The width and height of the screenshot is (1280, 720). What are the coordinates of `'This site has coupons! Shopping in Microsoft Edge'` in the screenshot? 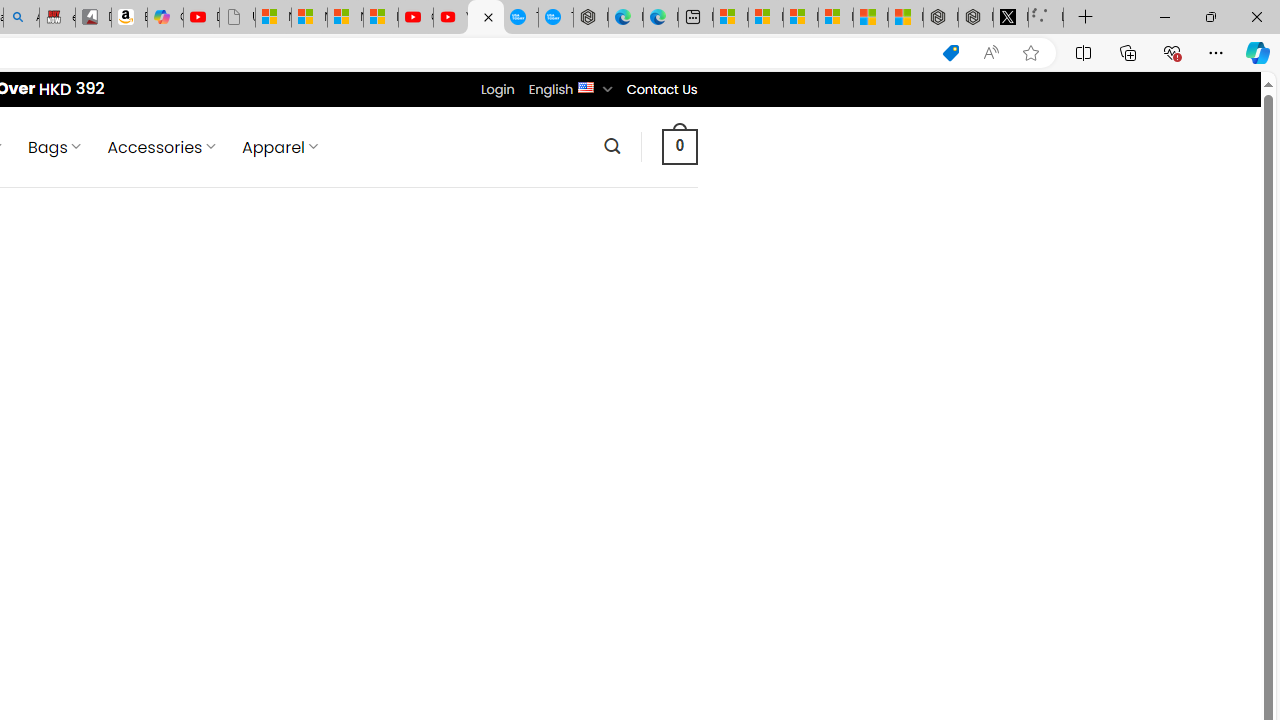 It's located at (950, 52).